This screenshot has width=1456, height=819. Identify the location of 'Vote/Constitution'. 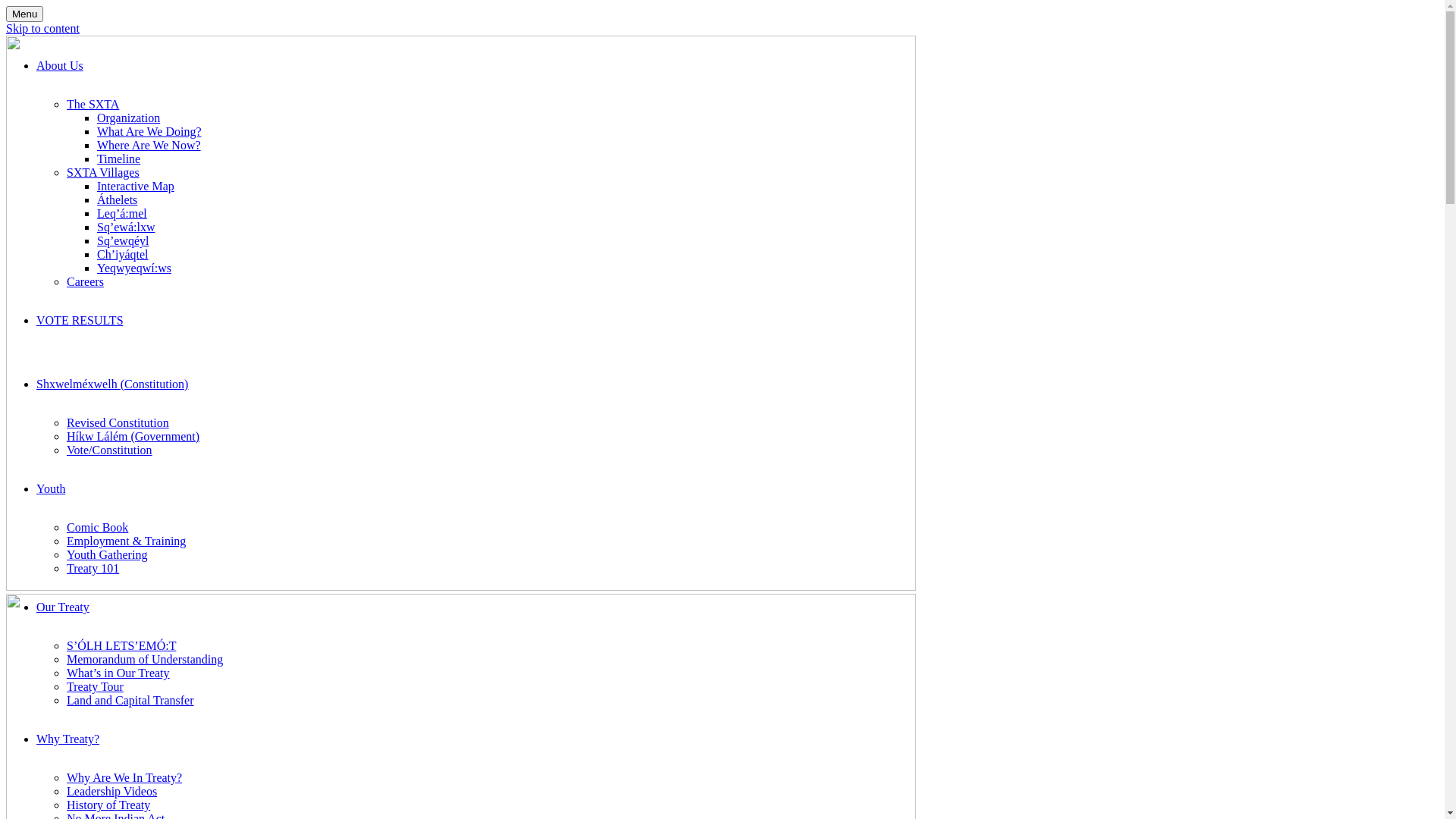
(65, 449).